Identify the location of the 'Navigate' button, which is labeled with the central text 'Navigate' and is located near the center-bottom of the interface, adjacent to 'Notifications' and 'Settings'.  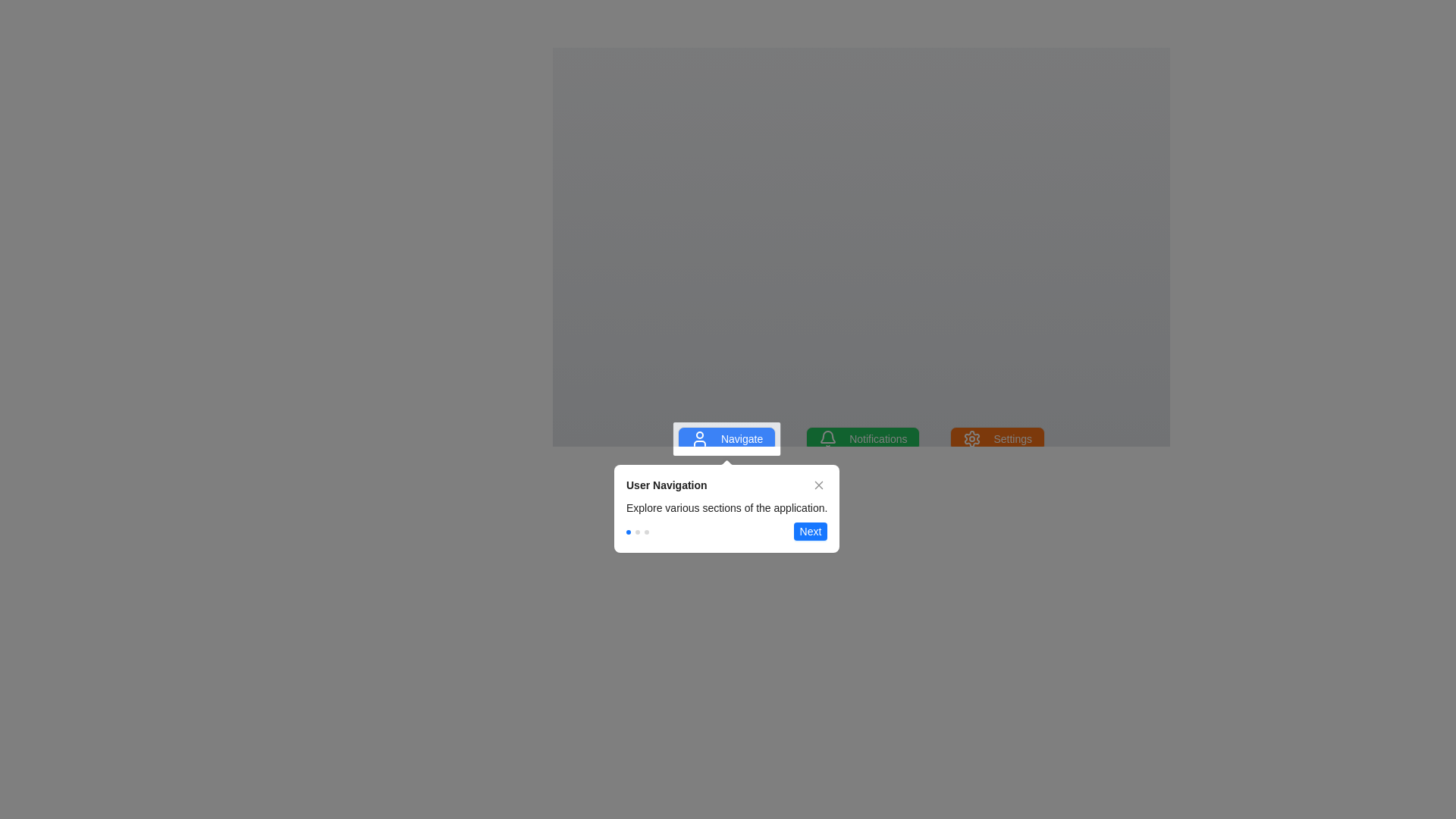
(742, 438).